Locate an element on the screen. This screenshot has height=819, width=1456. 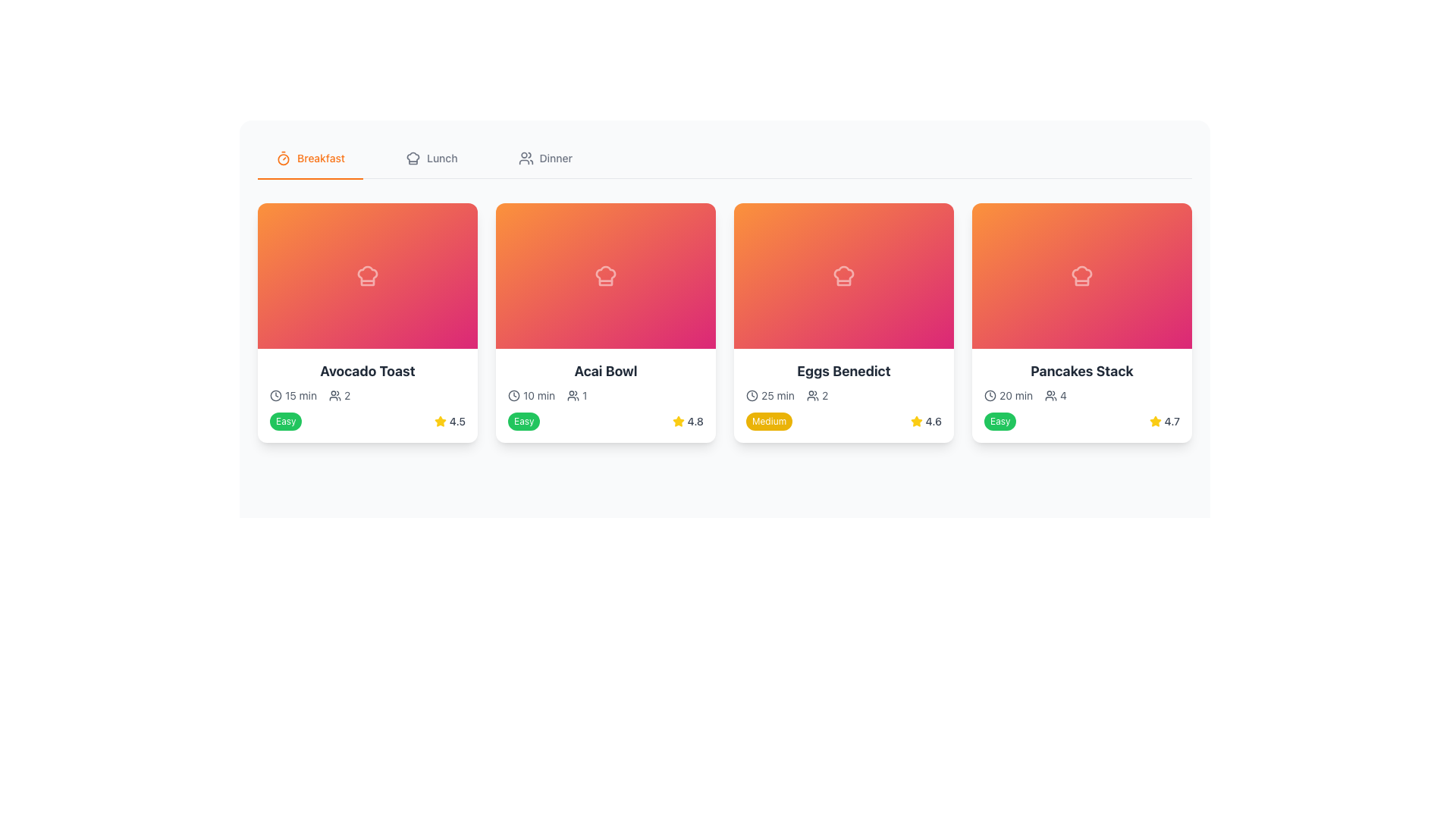
the central decorative icon representing the 'Eggs Benedict' recipe card, which is the third card in a set of four horizontally aligned recipe cards is located at coordinates (843, 275).